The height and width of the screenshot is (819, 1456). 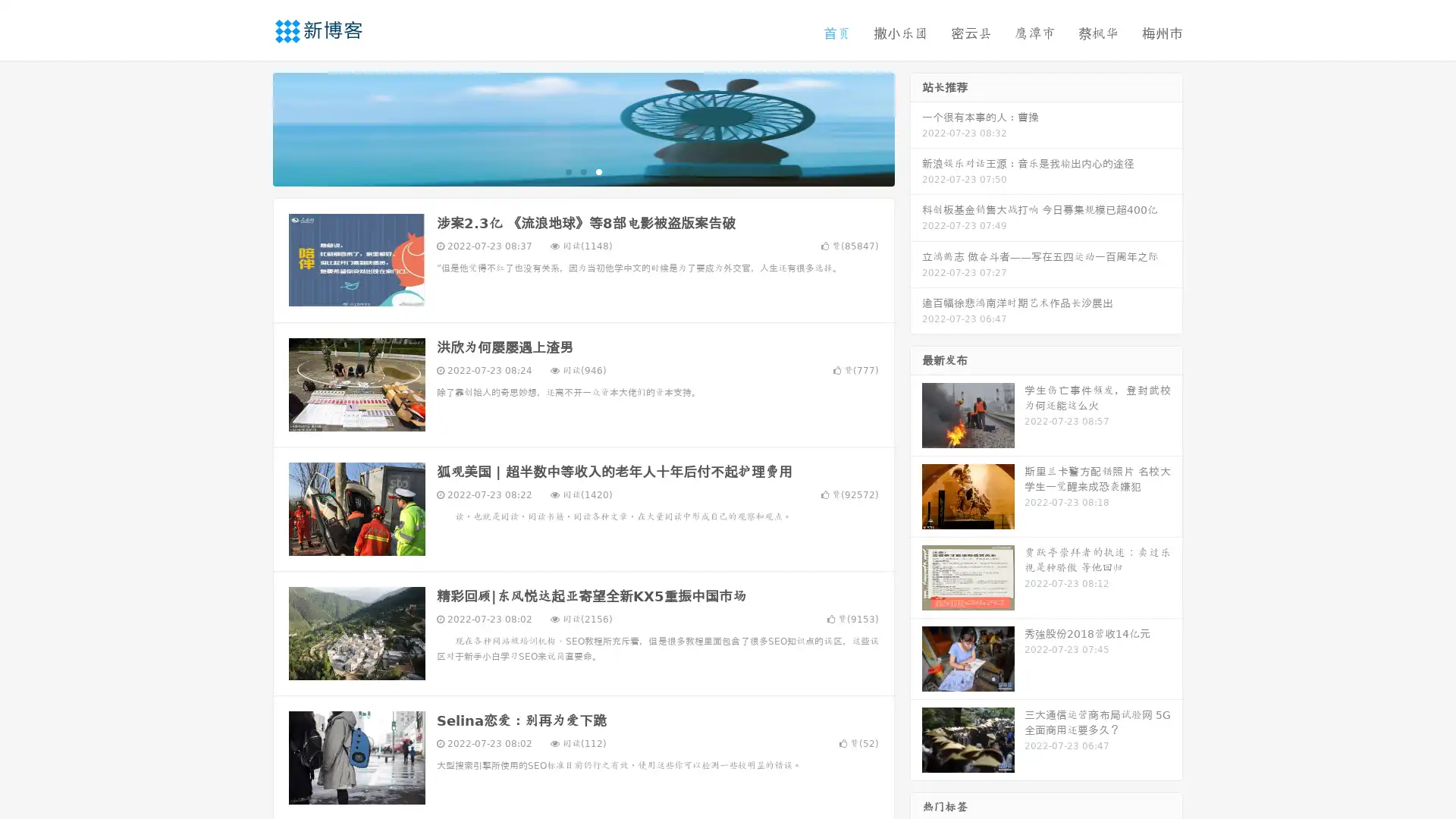 I want to click on Previous slide, so click(x=250, y=127).